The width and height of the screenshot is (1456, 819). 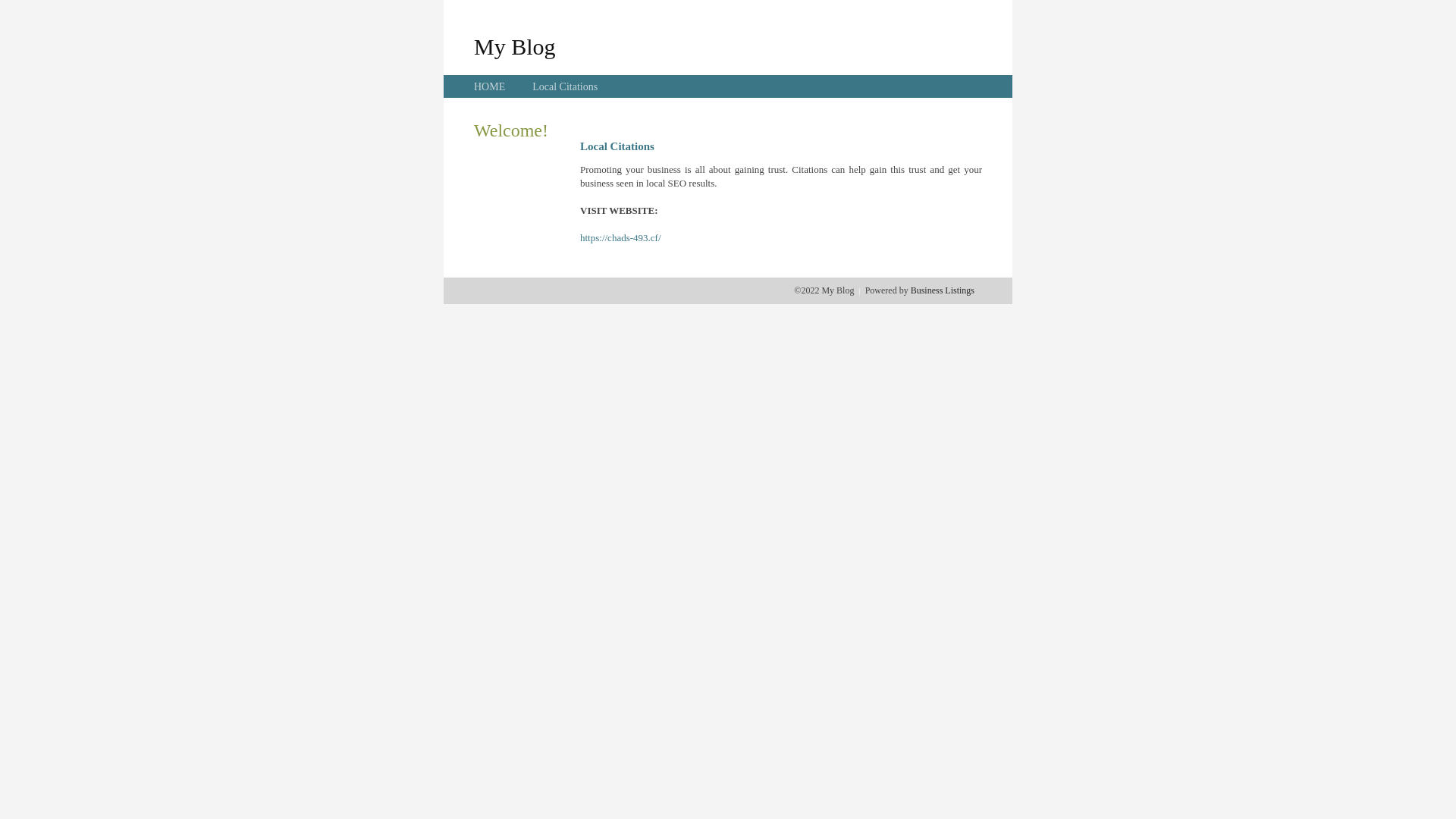 I want to click on 'https://chads-493.cf/', so click(x=579, y=237).